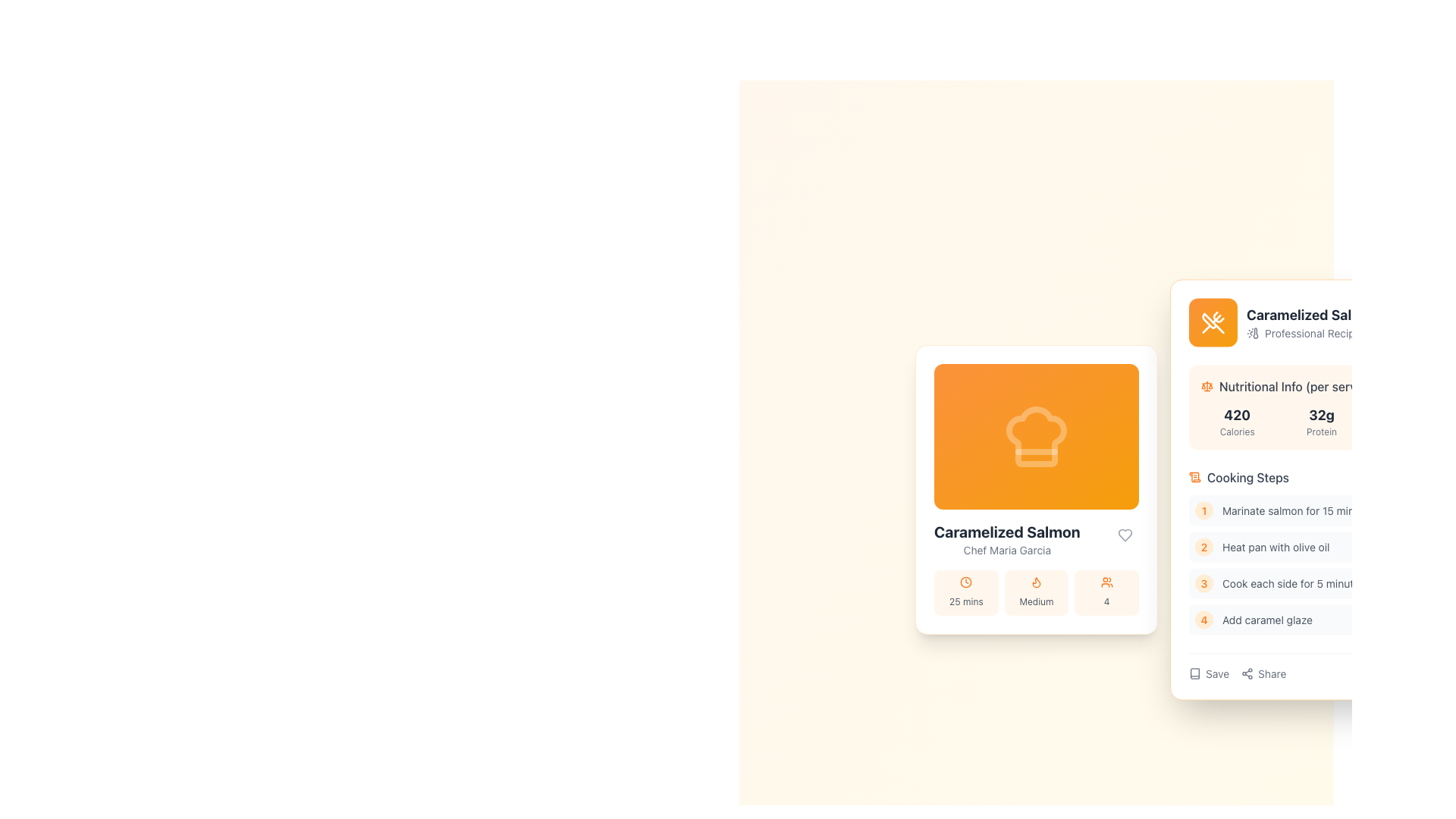 The image size is (1456, 819). What do you see at coordinates (1170, 489) in the screenshot?
I see `the decorative pointer or indicator located on the left border of the right panel, which visually guides the user towards the associated content on the left panel` at bounding box center [1170, 489].